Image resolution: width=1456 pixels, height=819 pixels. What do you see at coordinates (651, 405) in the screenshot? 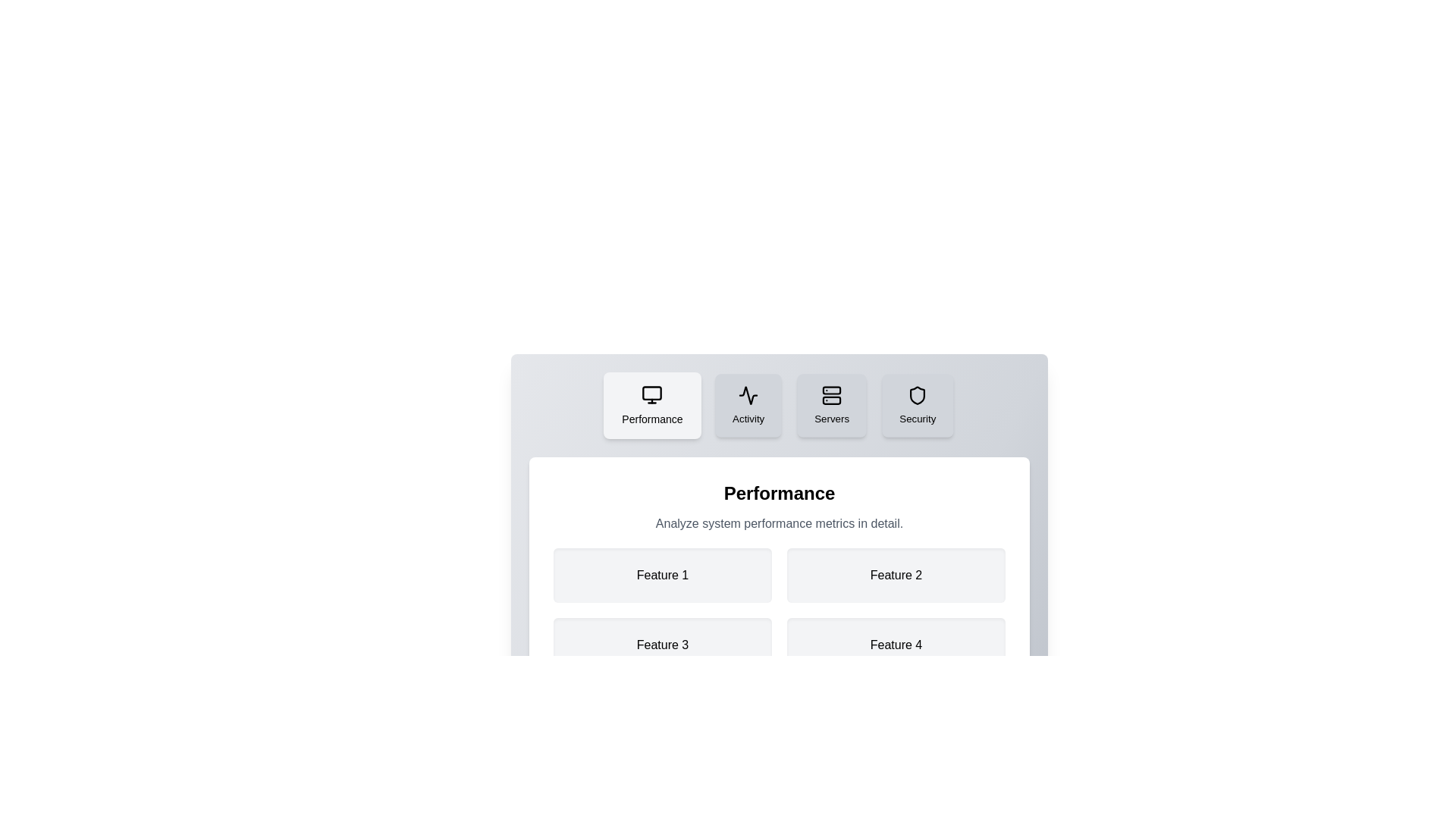
I see `the Performance tab to view its content` at bounding box center [651, 405].